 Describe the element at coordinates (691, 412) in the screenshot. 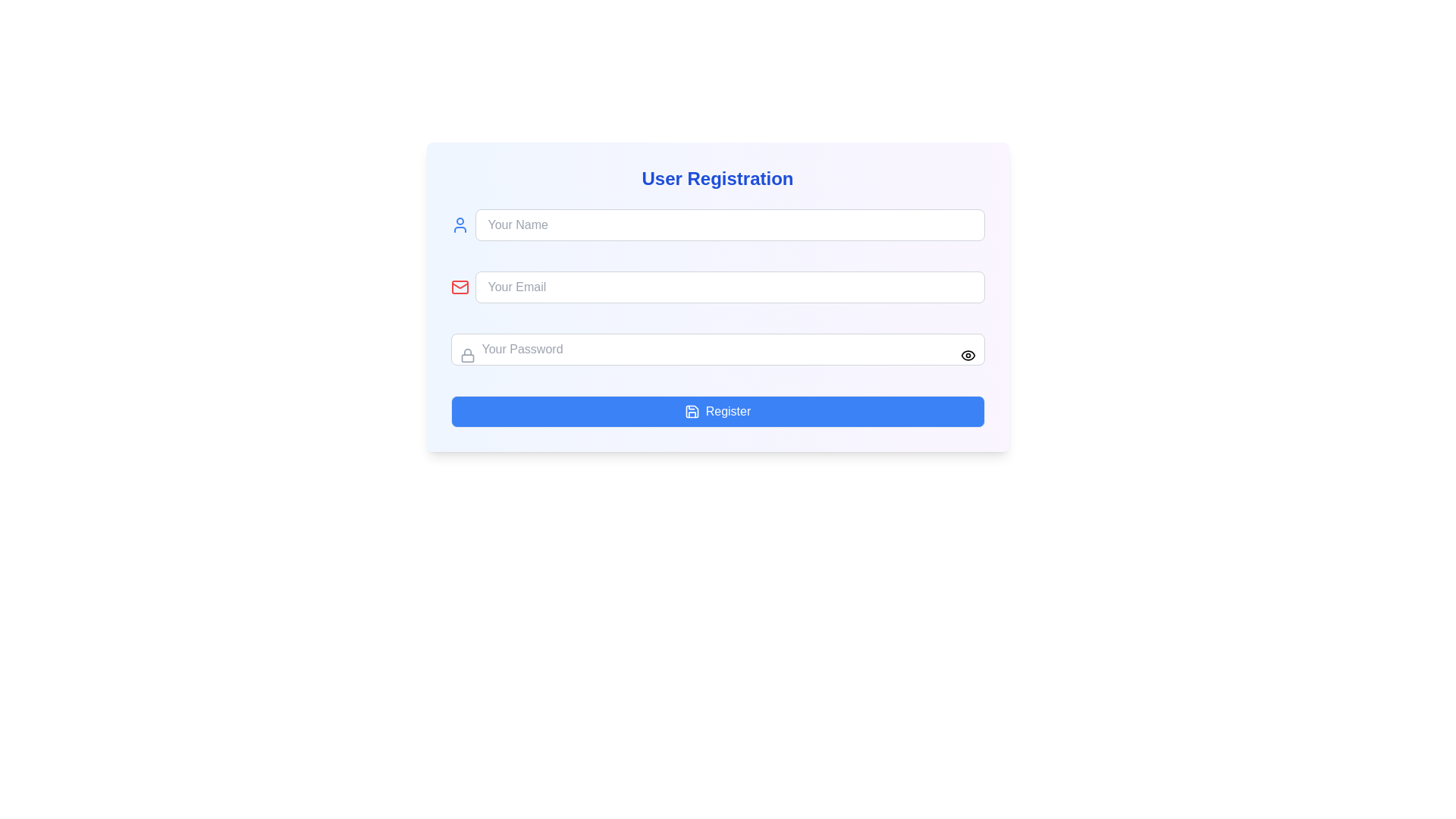

I see `the icon located to the left of the 'Register' button, which symbolizes saving or confirming the registration data` at that location.